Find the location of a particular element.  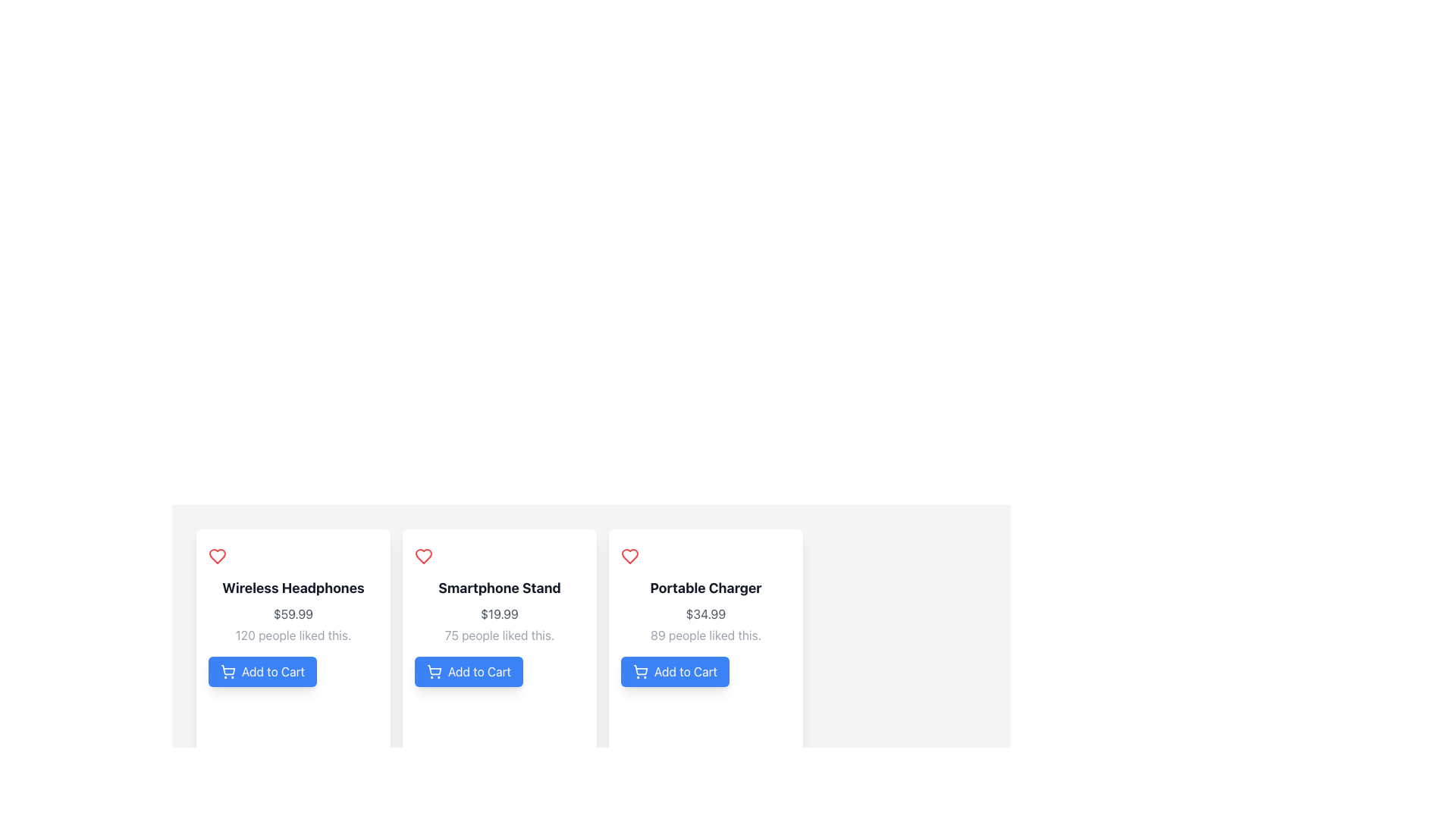

the displayed price on the text label located below the title 'Wireless Headphones' in the leftmost card is located at coordinates (293, 614).